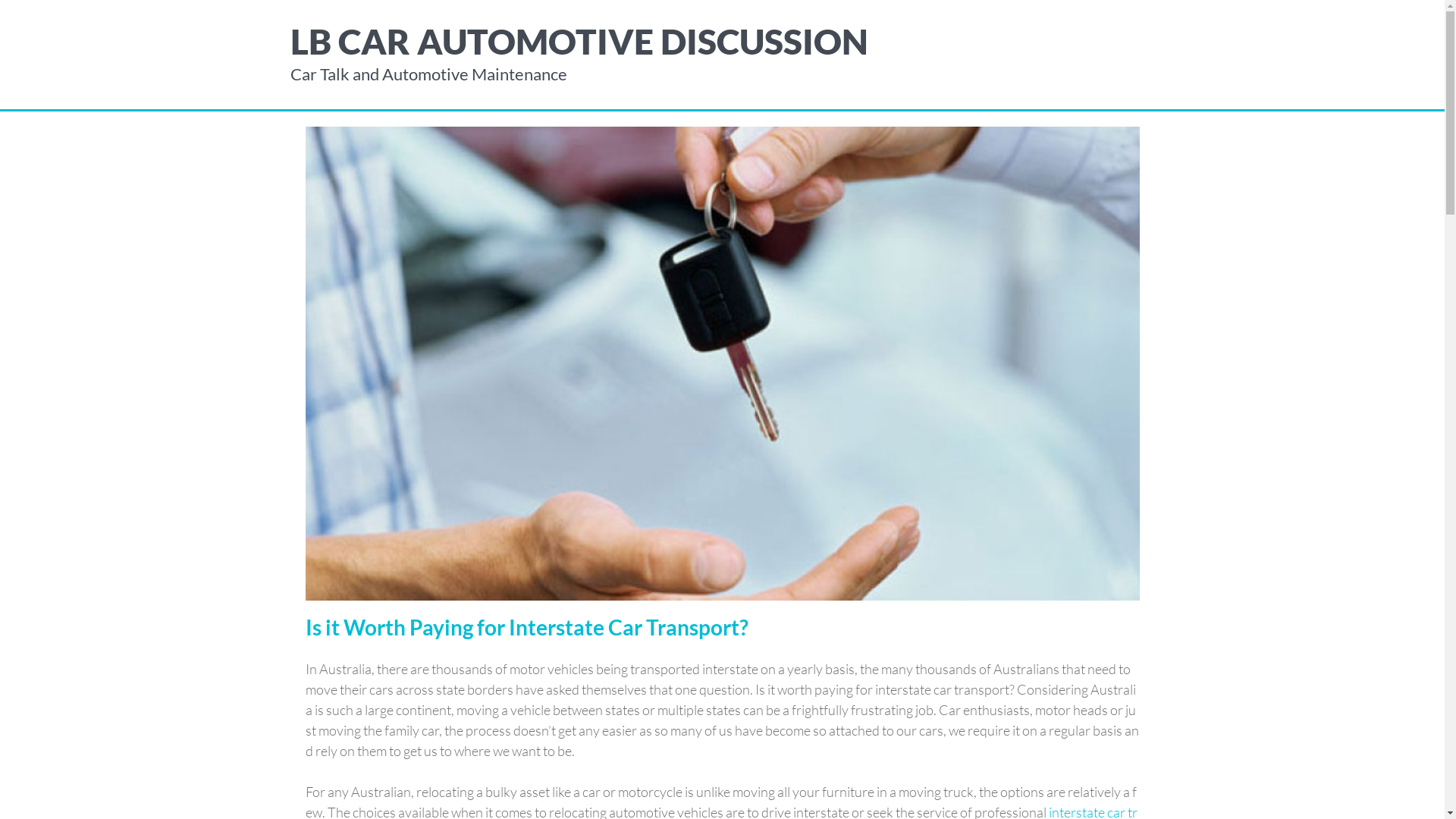 The image size is (1456, 819). Describe the element at coordinates (0, 0) in the screenshot. I see `'Skip to content'` at that location.